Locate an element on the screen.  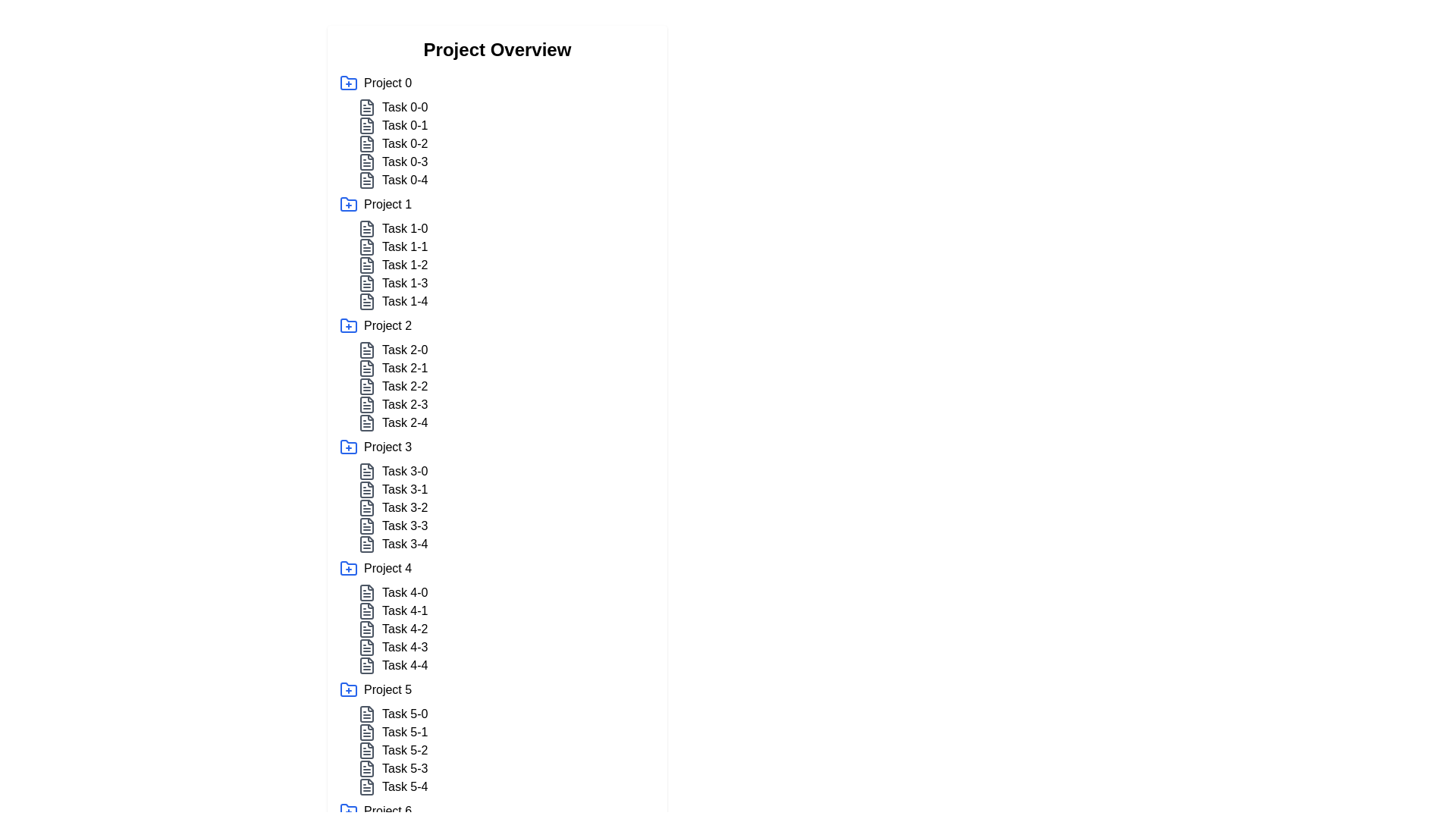
the document icon associated with the 'Task 1-2' item, located under the 'Task 1-2' label is located at coordinates (367, 265).